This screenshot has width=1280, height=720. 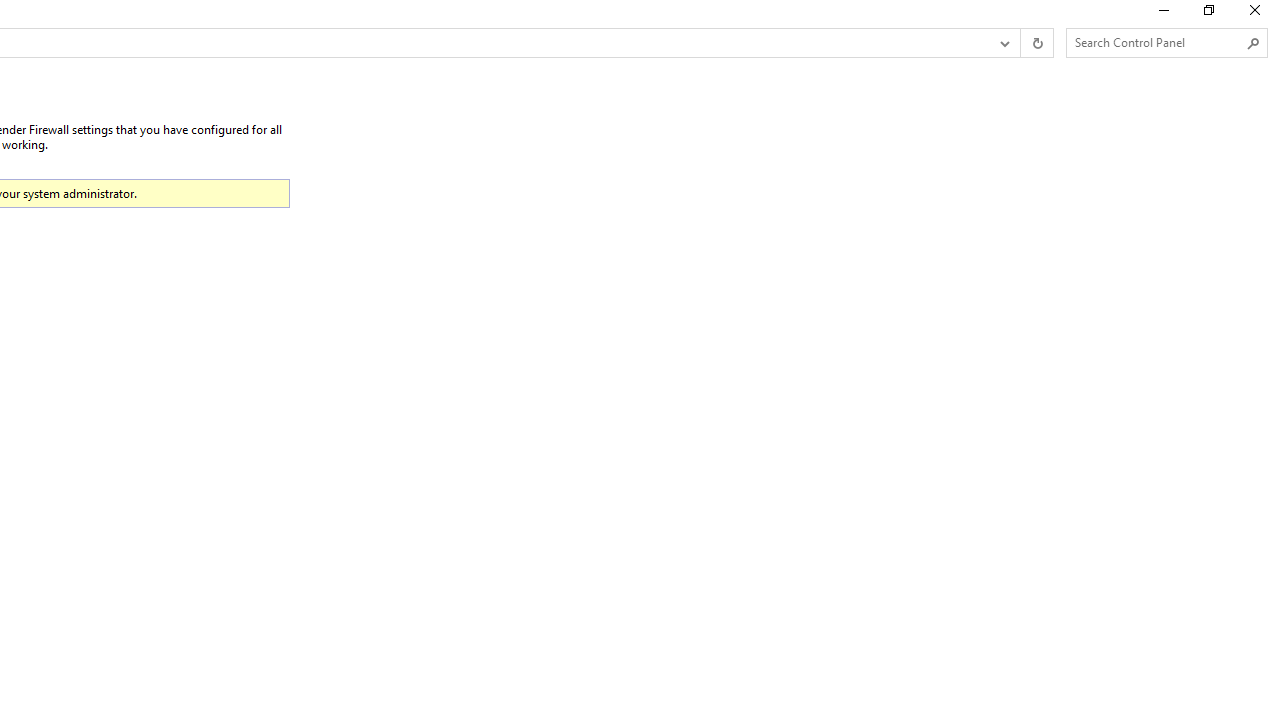 I want to click on 'Restore', so click(x=1207, y=15).